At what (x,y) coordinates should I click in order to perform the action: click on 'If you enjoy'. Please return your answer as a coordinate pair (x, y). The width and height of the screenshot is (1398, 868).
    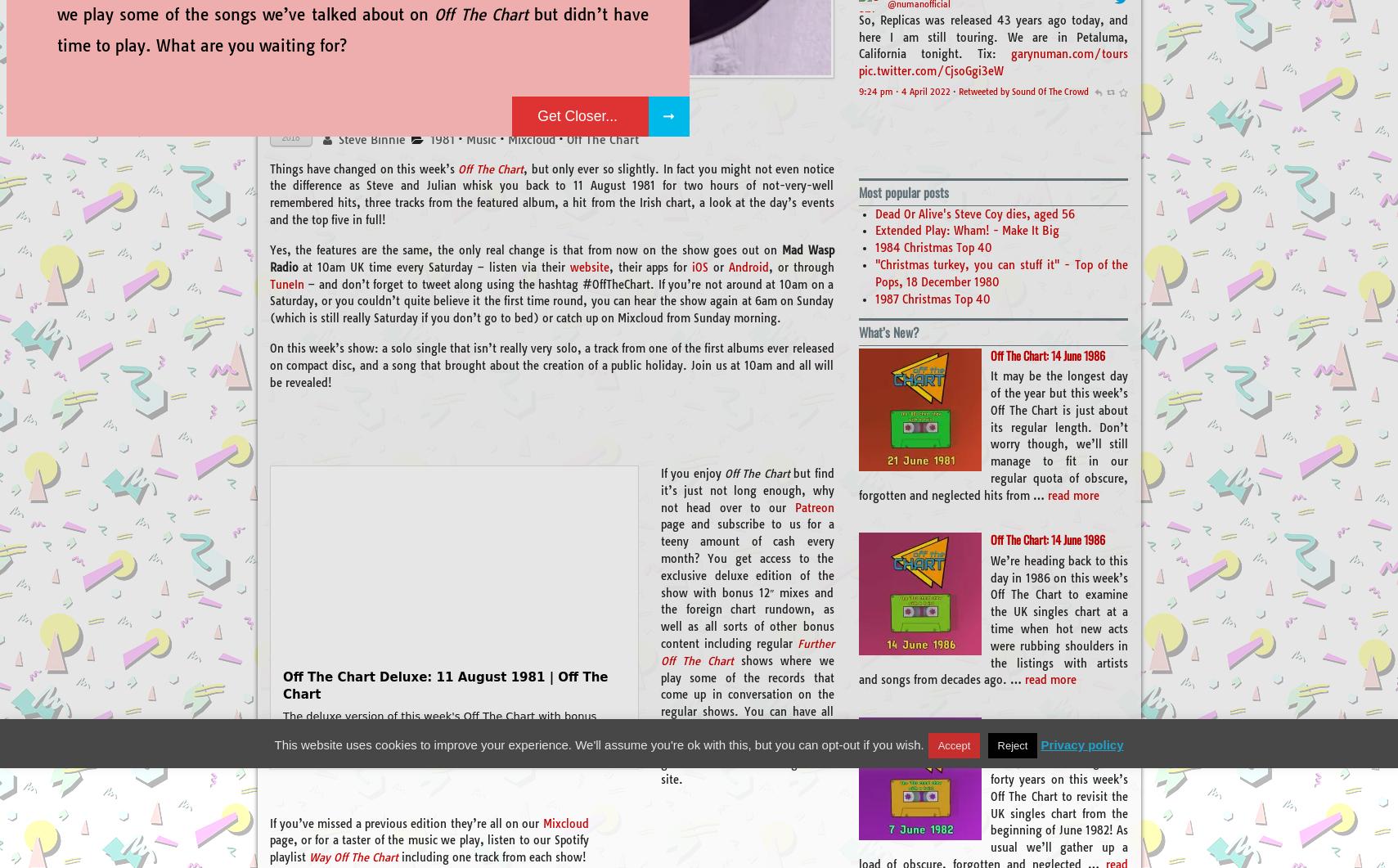
    Looking at the image, I should click on (691, 472).